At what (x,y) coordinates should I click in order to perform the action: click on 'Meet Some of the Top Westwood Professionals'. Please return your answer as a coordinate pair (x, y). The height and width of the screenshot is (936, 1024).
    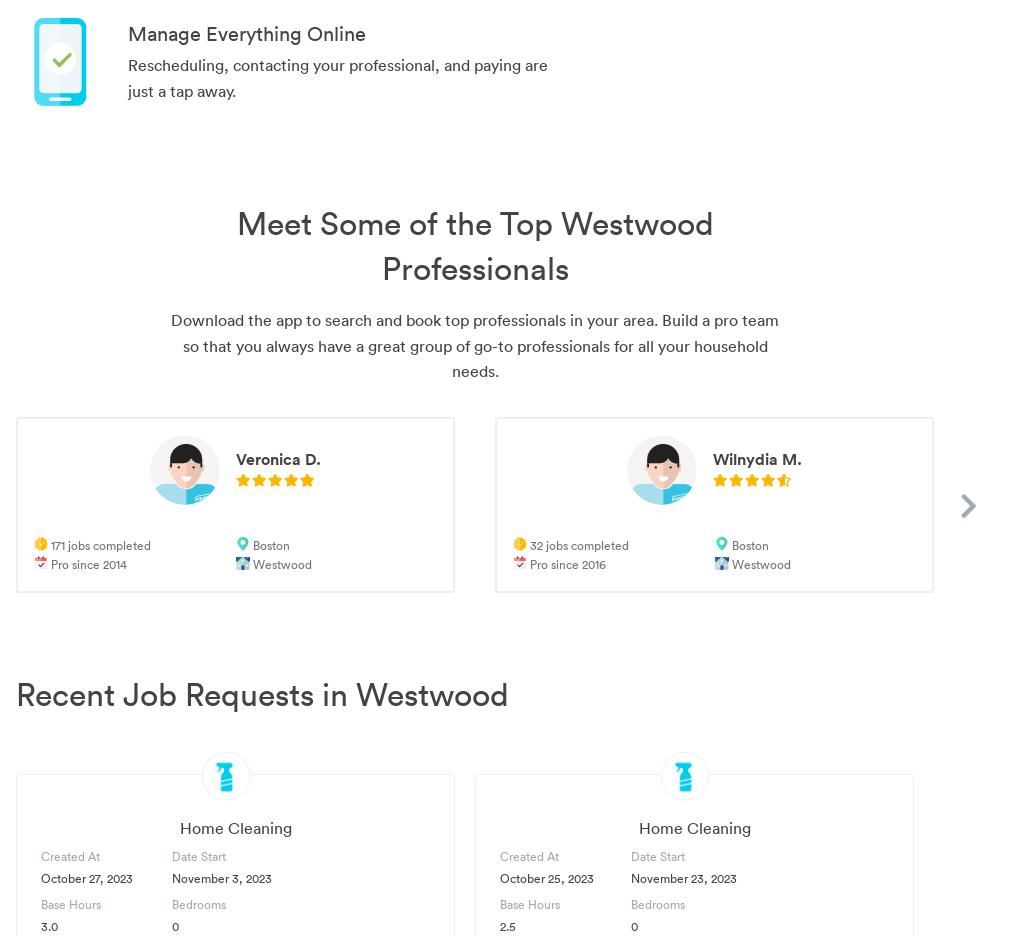
    Looking at the image, I should click on (473, 244).